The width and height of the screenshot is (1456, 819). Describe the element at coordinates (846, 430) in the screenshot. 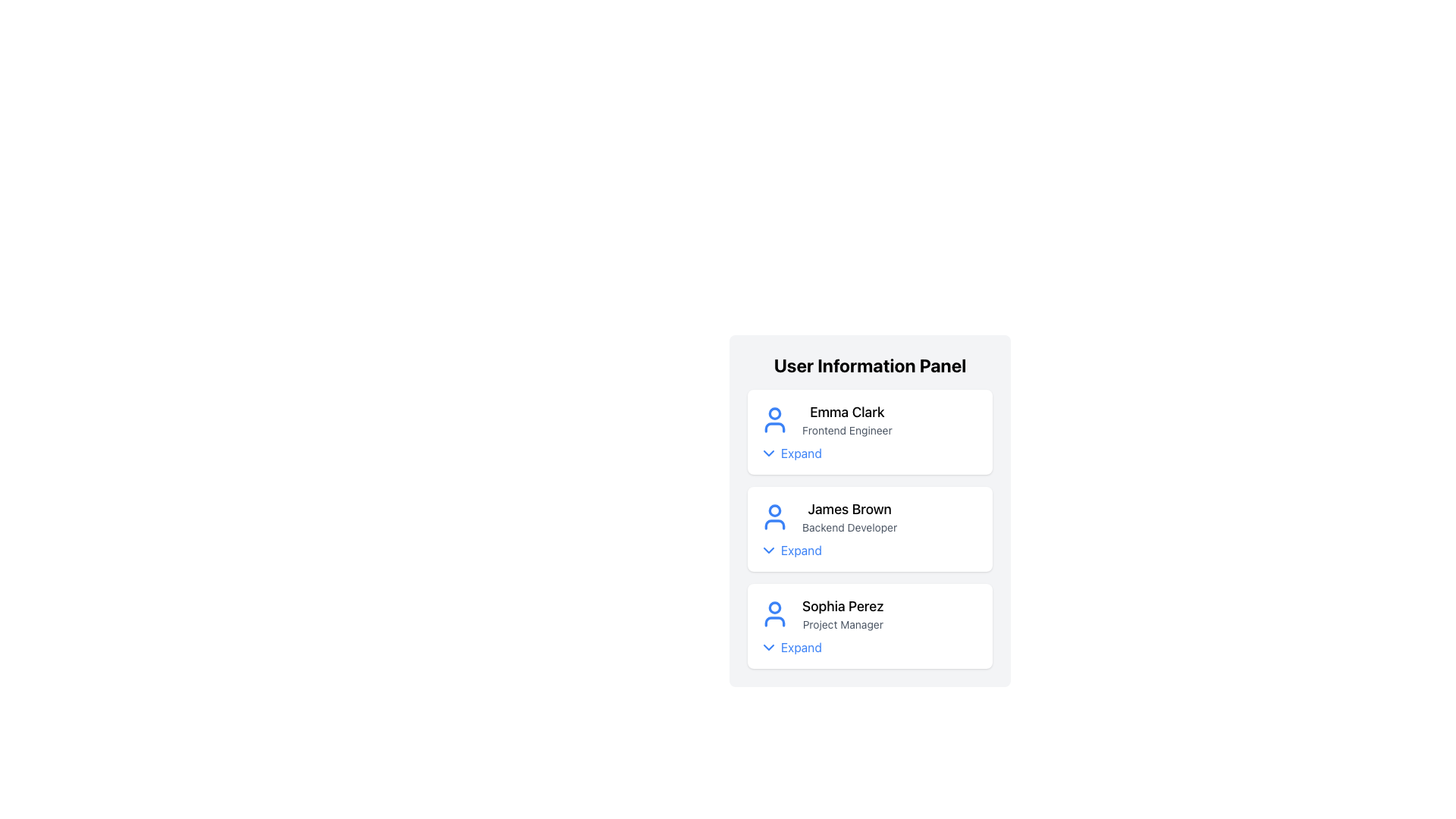

I see `the non-interactive label displaying the job title or role of the user 'Emma Clark', located in the user information panel below the name` at that location.